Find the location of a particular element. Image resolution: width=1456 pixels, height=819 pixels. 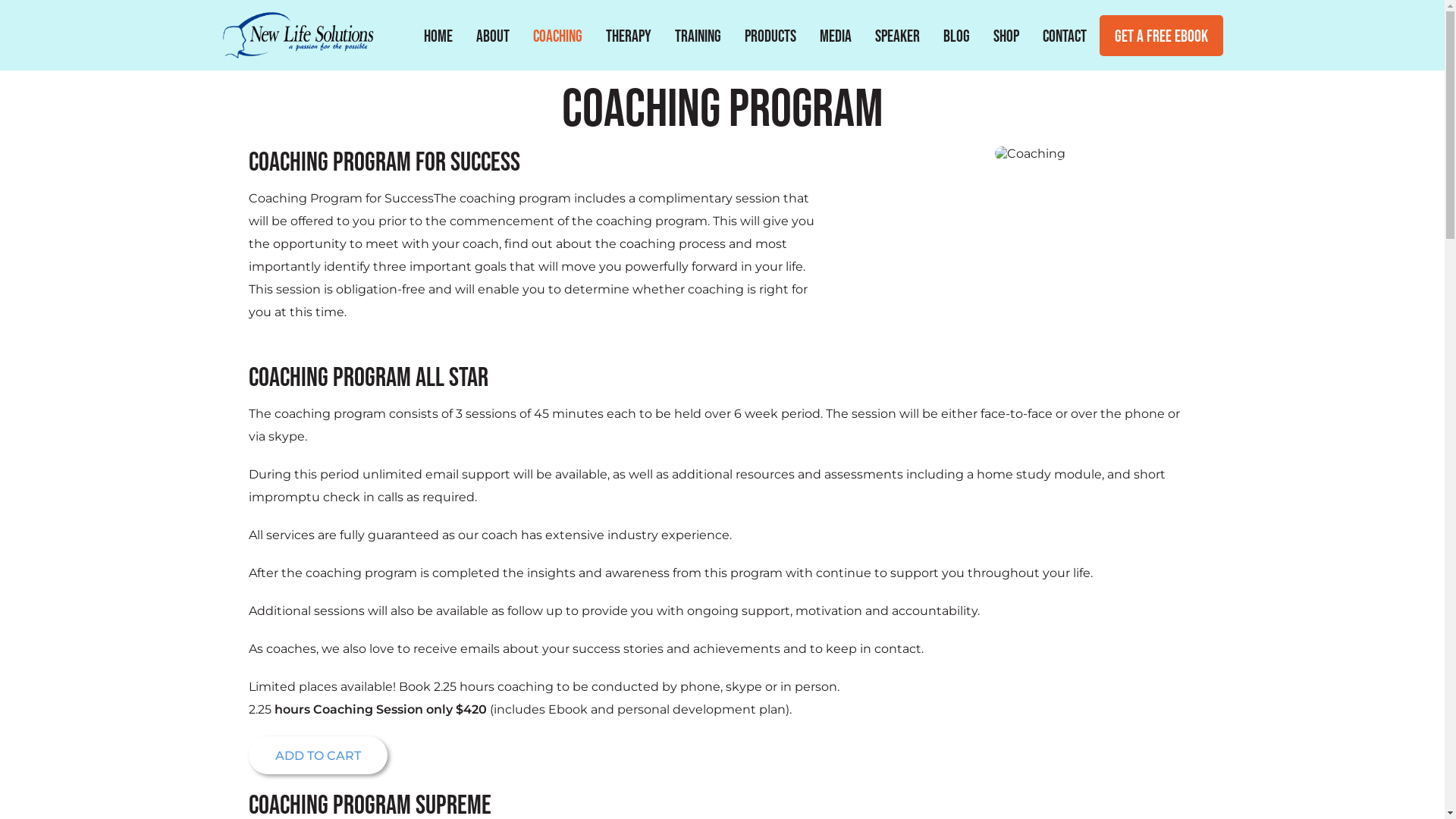

'HOME' is located at coordinates (437, 34).